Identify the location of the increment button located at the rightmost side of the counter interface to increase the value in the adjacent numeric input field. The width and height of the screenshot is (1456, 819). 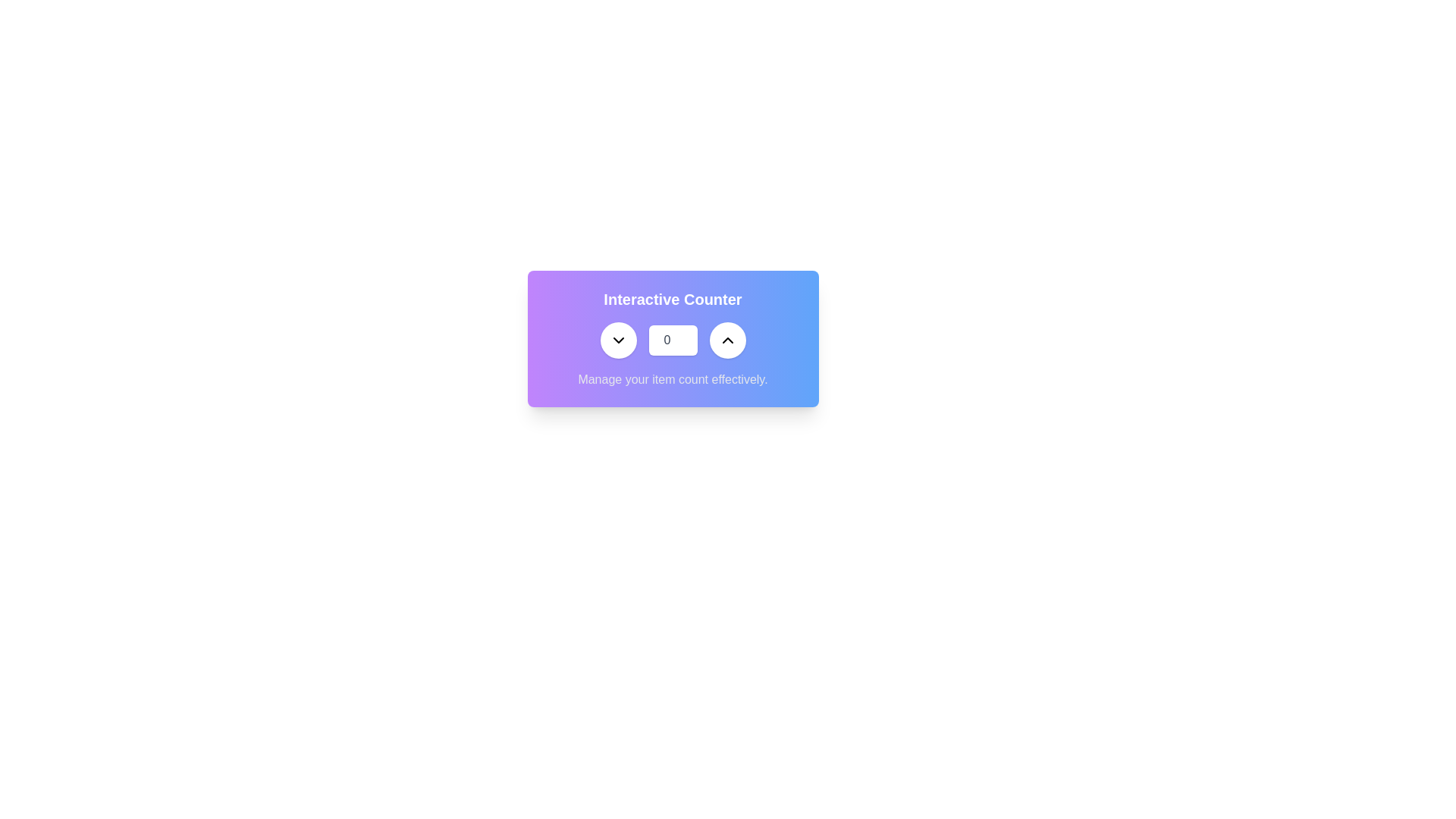
(726, 339).